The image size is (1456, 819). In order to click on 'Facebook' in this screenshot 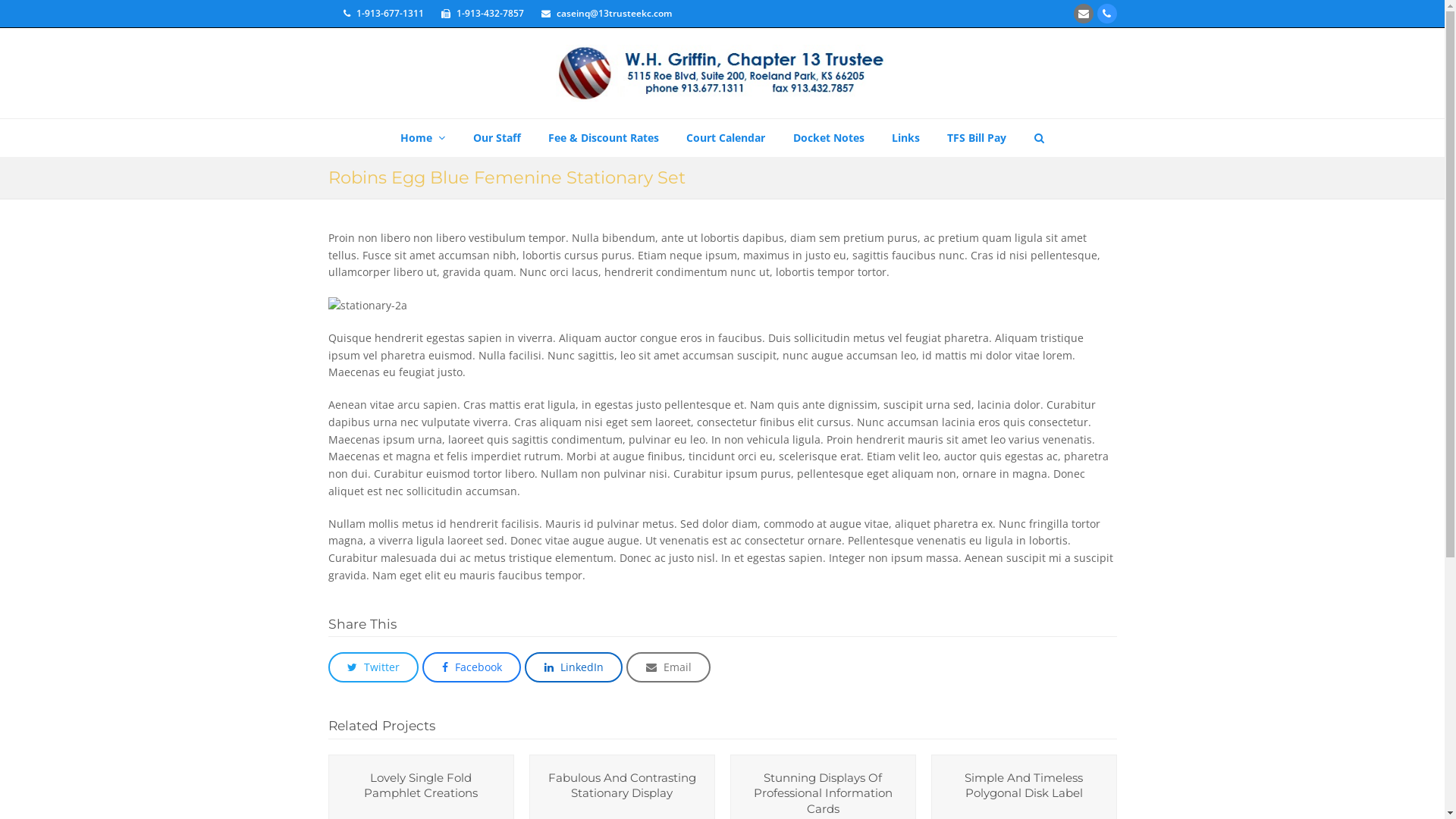, I will do `click(471, 666)`.